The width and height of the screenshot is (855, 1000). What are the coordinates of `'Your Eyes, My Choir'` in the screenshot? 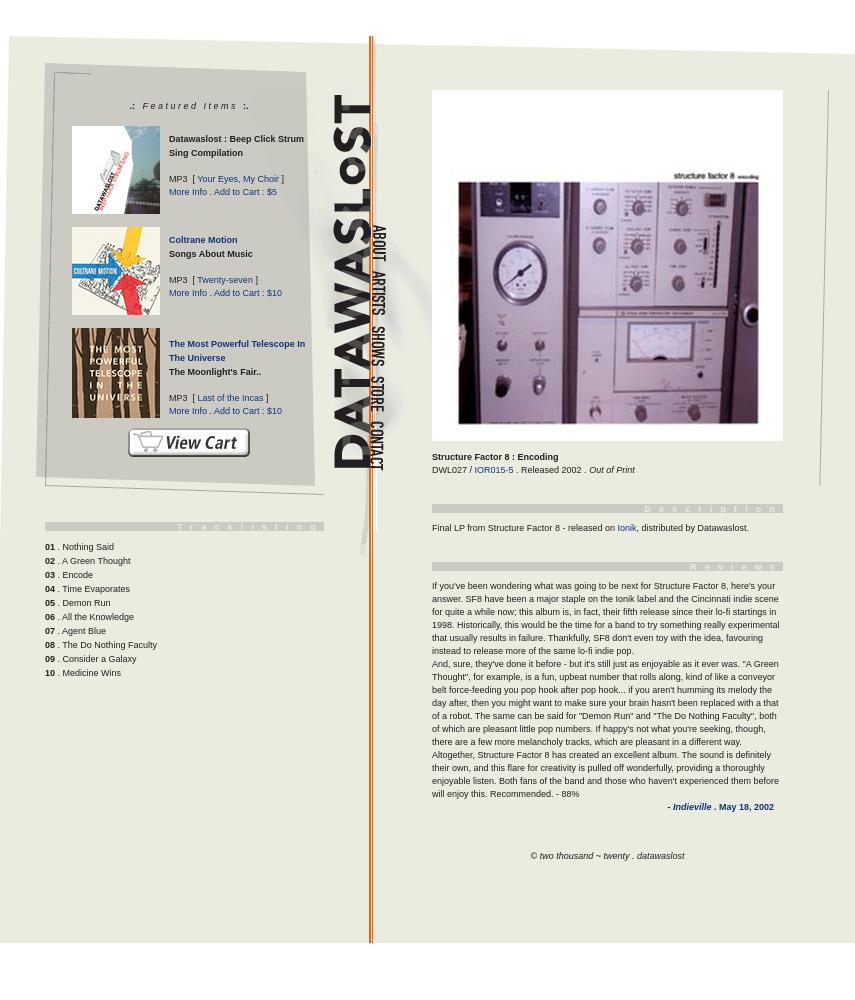 It's located at (237, 179).